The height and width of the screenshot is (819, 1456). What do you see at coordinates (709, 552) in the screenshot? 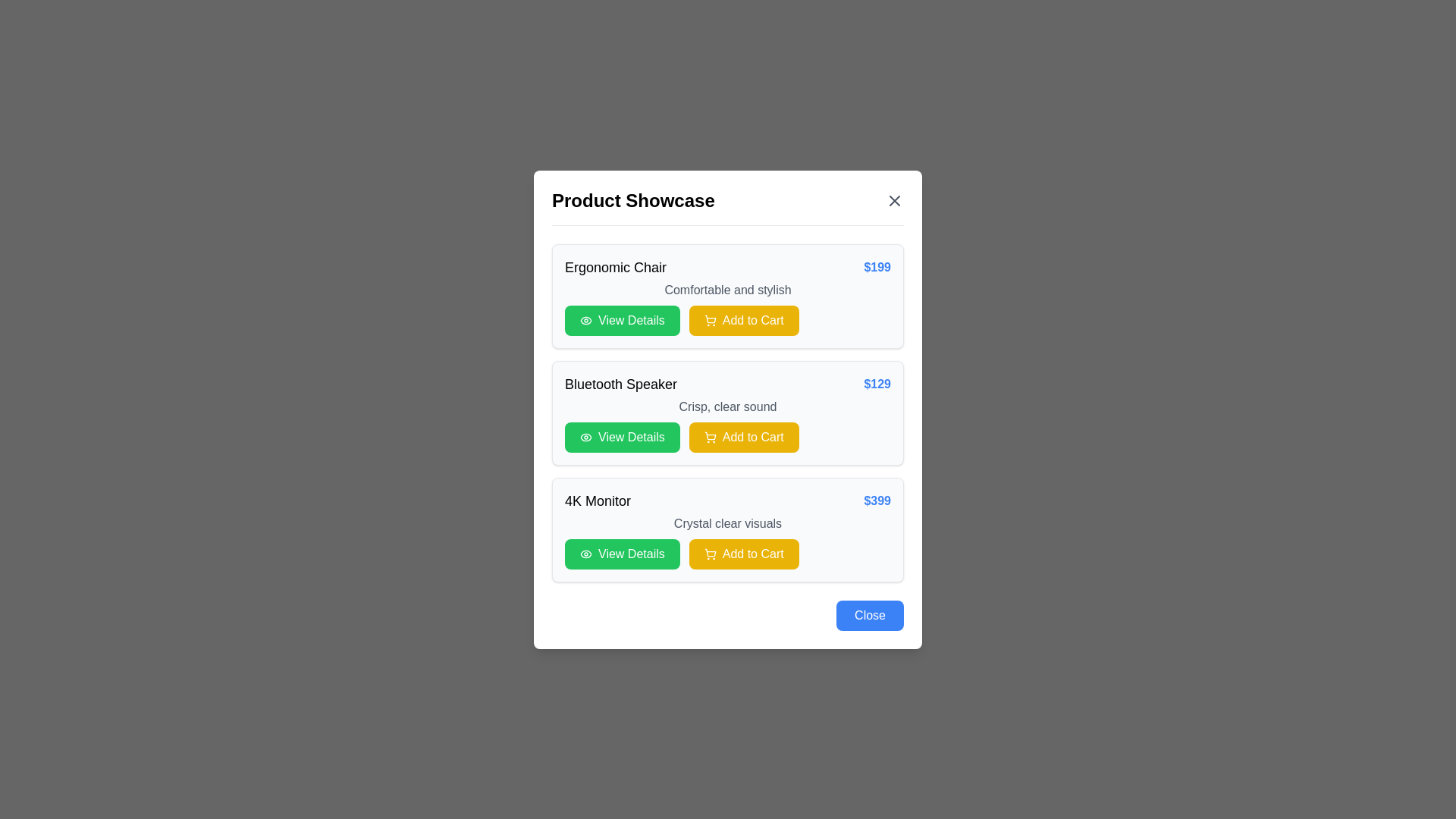
I see `the shopping cart icon located directly to the right of the 'Add to Cart' button for the '4K Monitor' item in the product showcase dialog` at bounding box center [709, 552].